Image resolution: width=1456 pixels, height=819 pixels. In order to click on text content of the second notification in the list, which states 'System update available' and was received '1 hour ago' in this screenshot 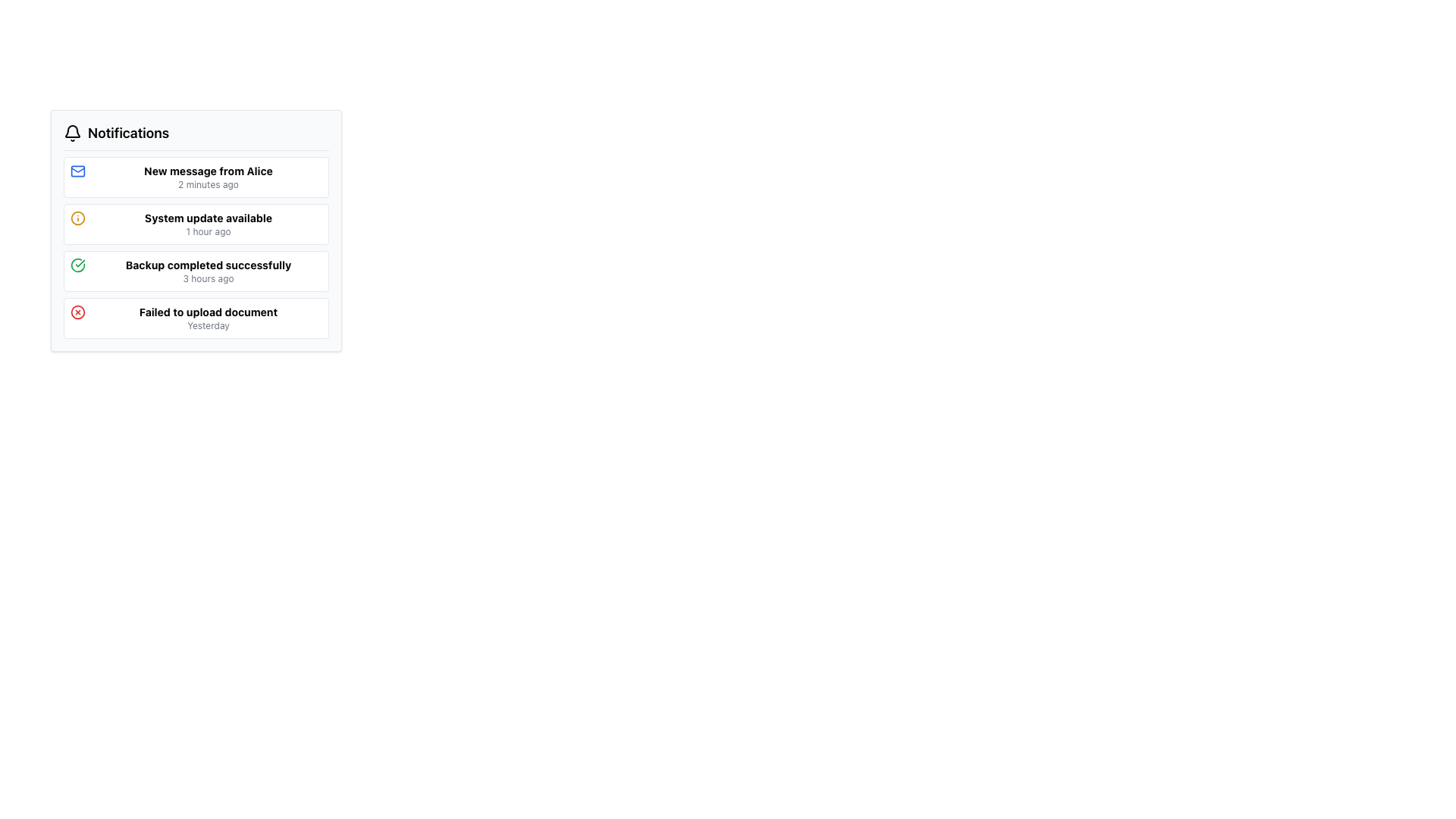, I will do `click(207, 224)`.